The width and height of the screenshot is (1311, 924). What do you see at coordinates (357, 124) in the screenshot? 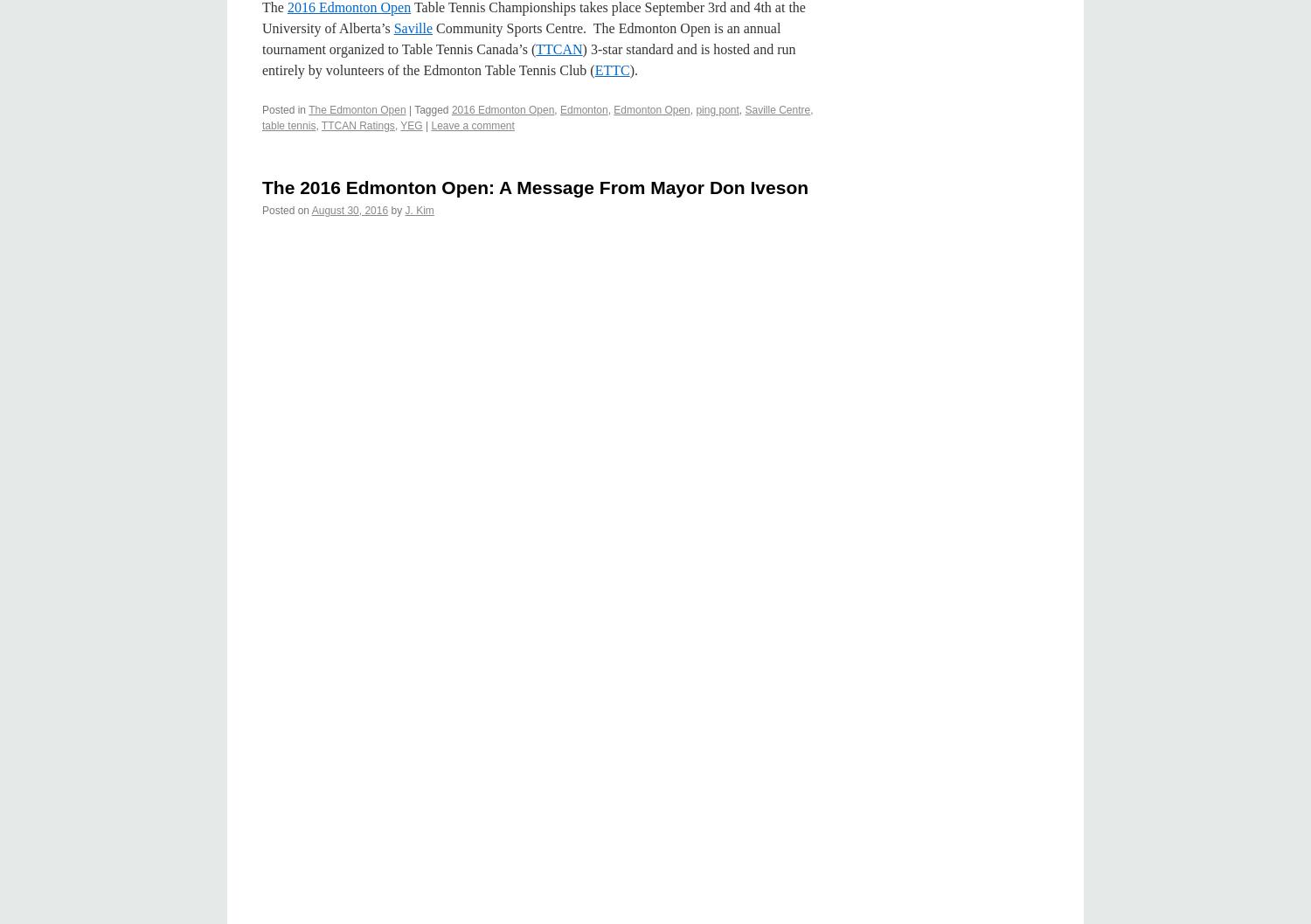
I see `'TTCAN Ratings'` at bounding box center [357, 124].